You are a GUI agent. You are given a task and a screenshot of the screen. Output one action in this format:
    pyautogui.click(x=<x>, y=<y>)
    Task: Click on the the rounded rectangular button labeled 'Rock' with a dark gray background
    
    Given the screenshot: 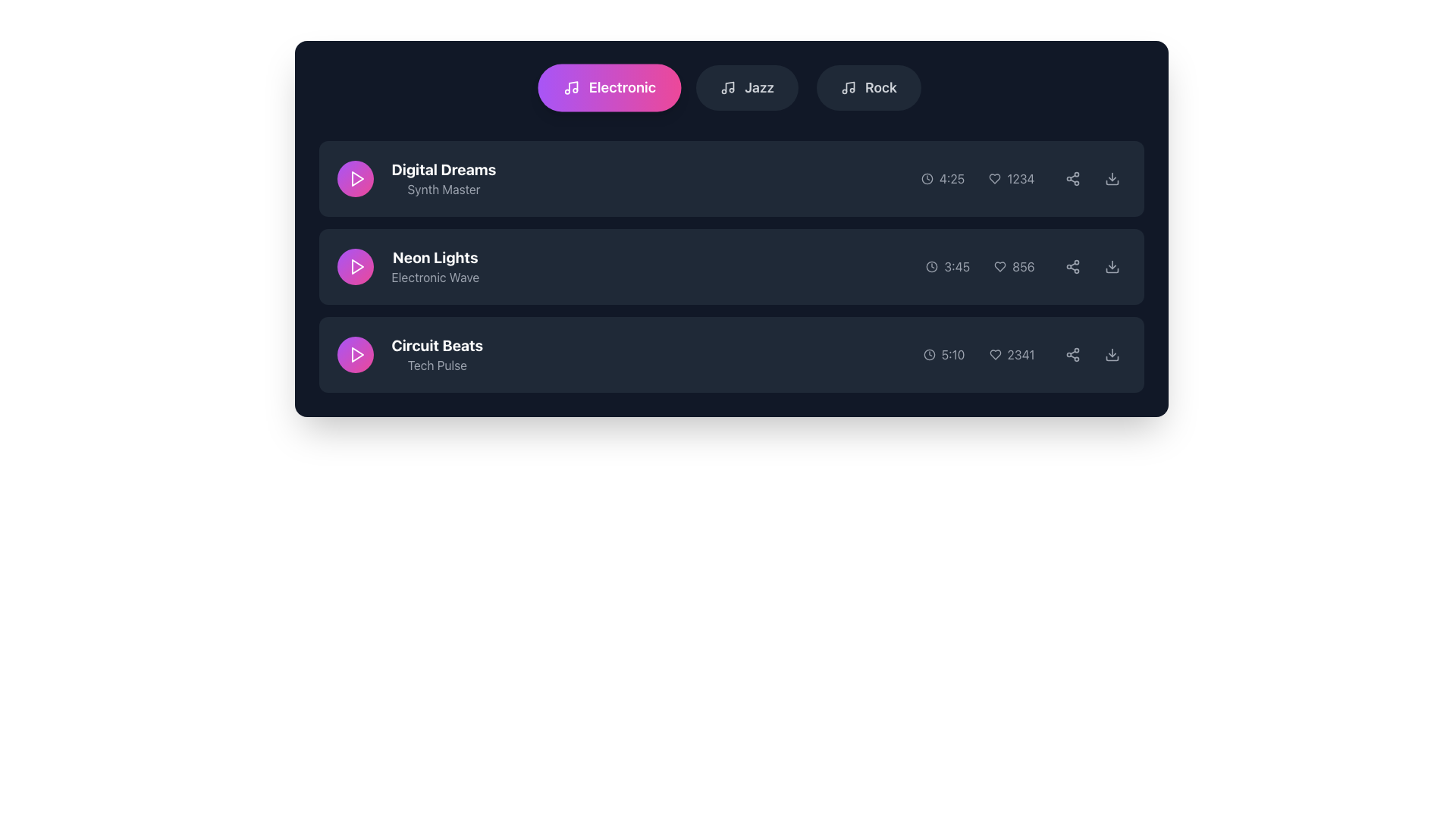 What is the action you would take?
    pyautogui.click(x=869, y=87)
    